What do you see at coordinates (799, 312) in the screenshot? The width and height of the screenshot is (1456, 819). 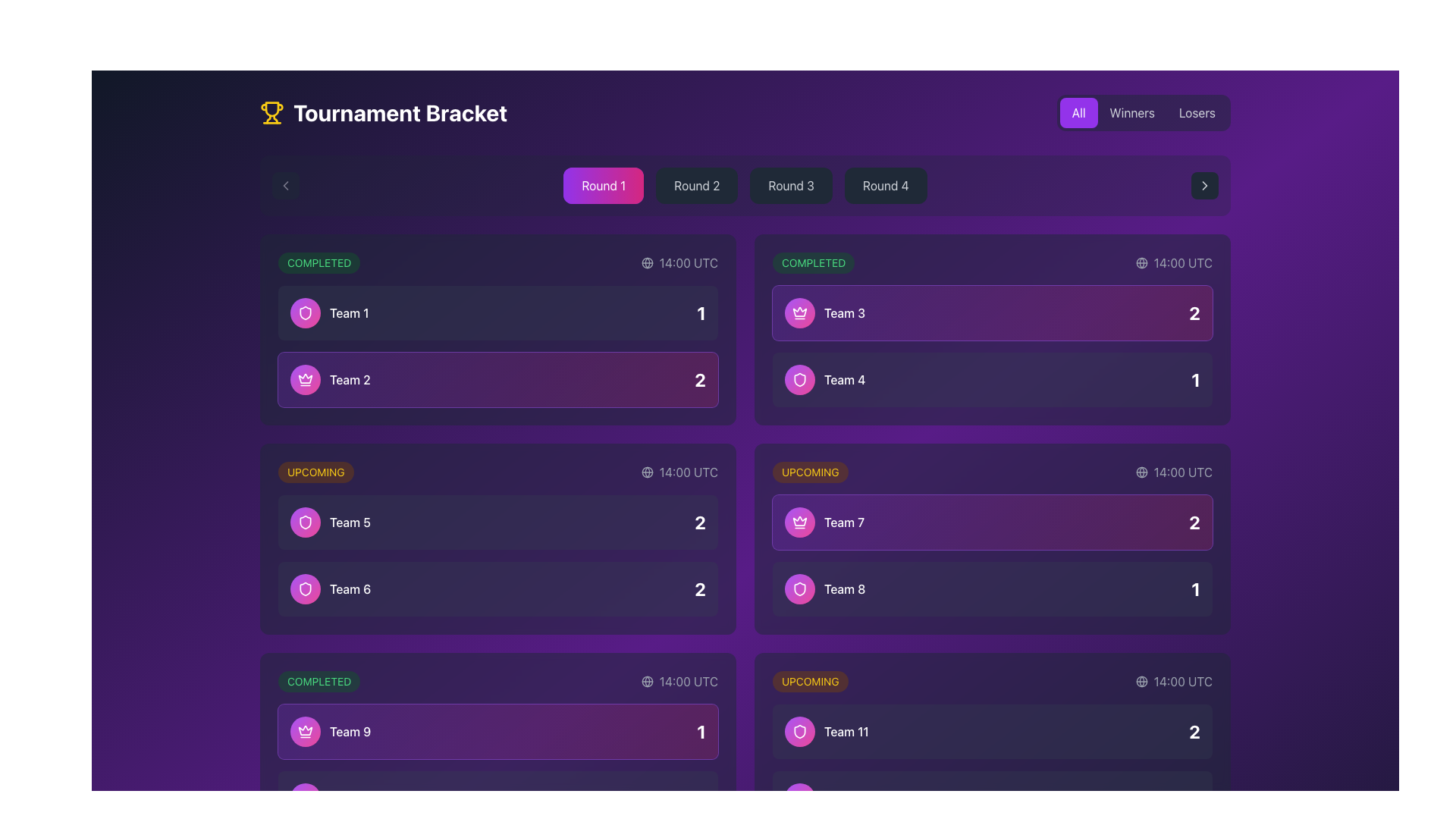 I see `the crown icon located in the top-left corner of the team representation component, which signifies a team with special designation, as a visual indicator of achievement` at bounding box center [799, 312].